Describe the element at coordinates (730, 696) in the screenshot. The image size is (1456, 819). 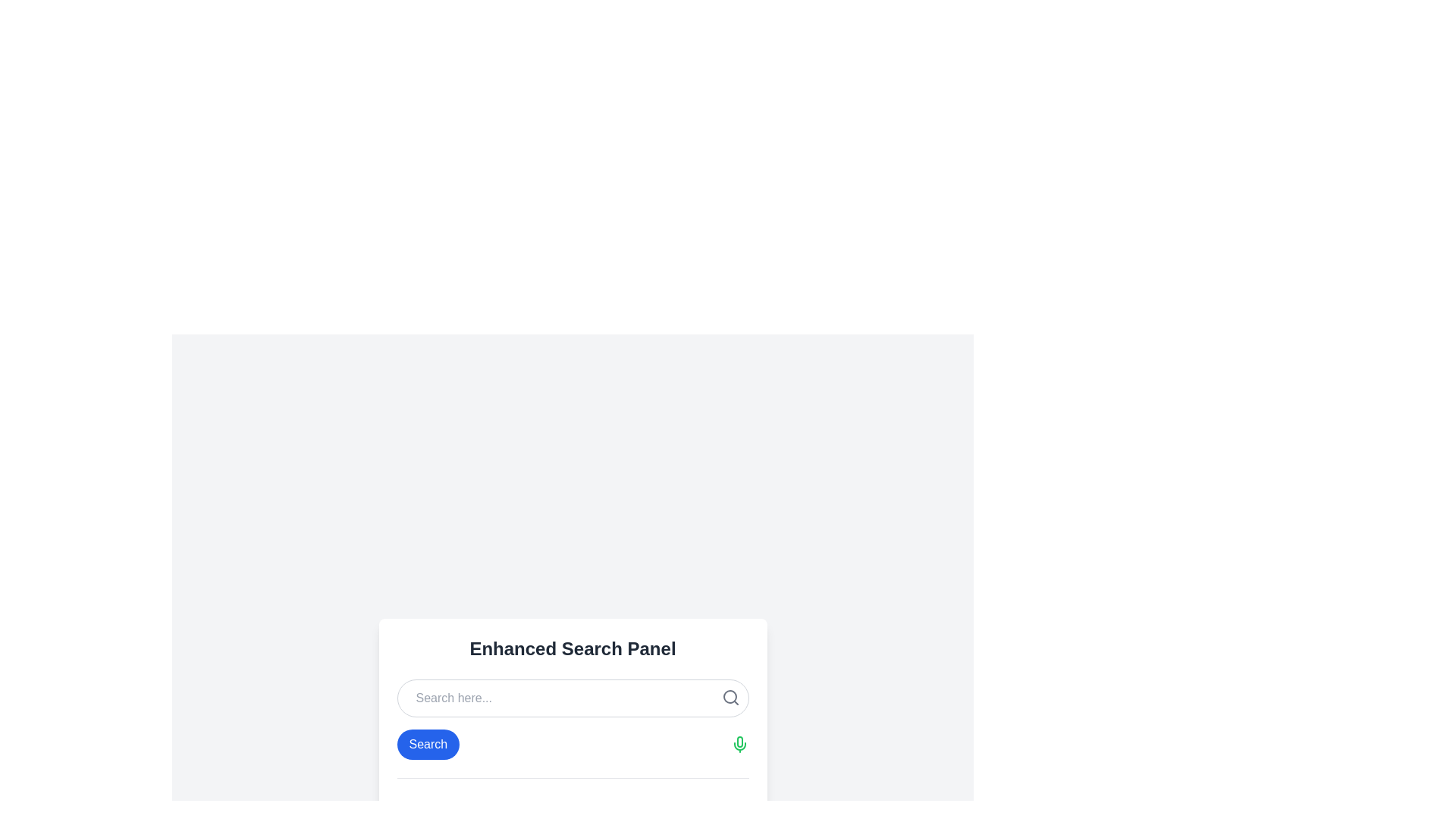
I see `the lens part of the magnifying glass icon located inside the search bar at the top of the search panel` at that location.